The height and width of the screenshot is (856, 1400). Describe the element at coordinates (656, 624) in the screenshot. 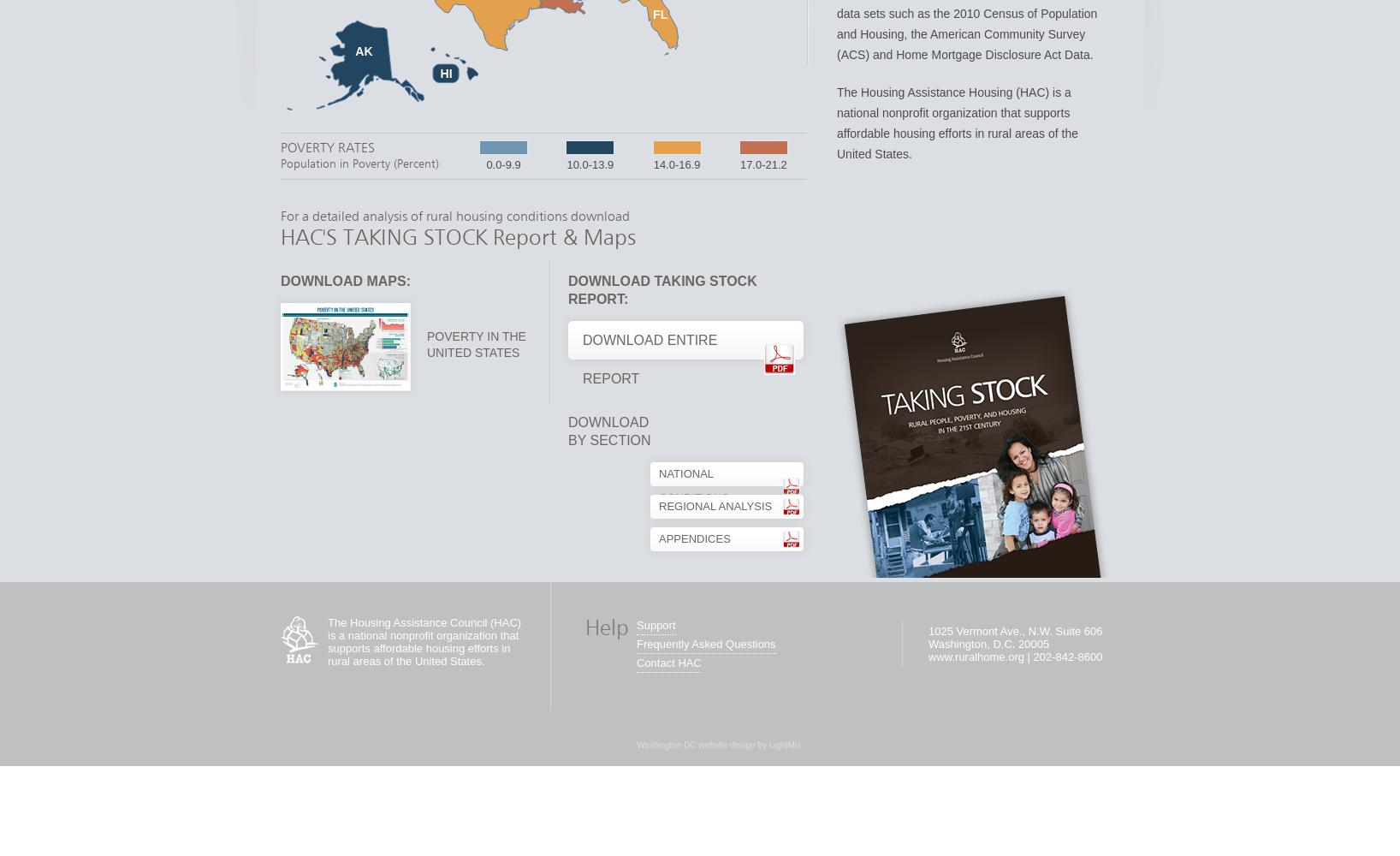

I see `'Support'` at that location.